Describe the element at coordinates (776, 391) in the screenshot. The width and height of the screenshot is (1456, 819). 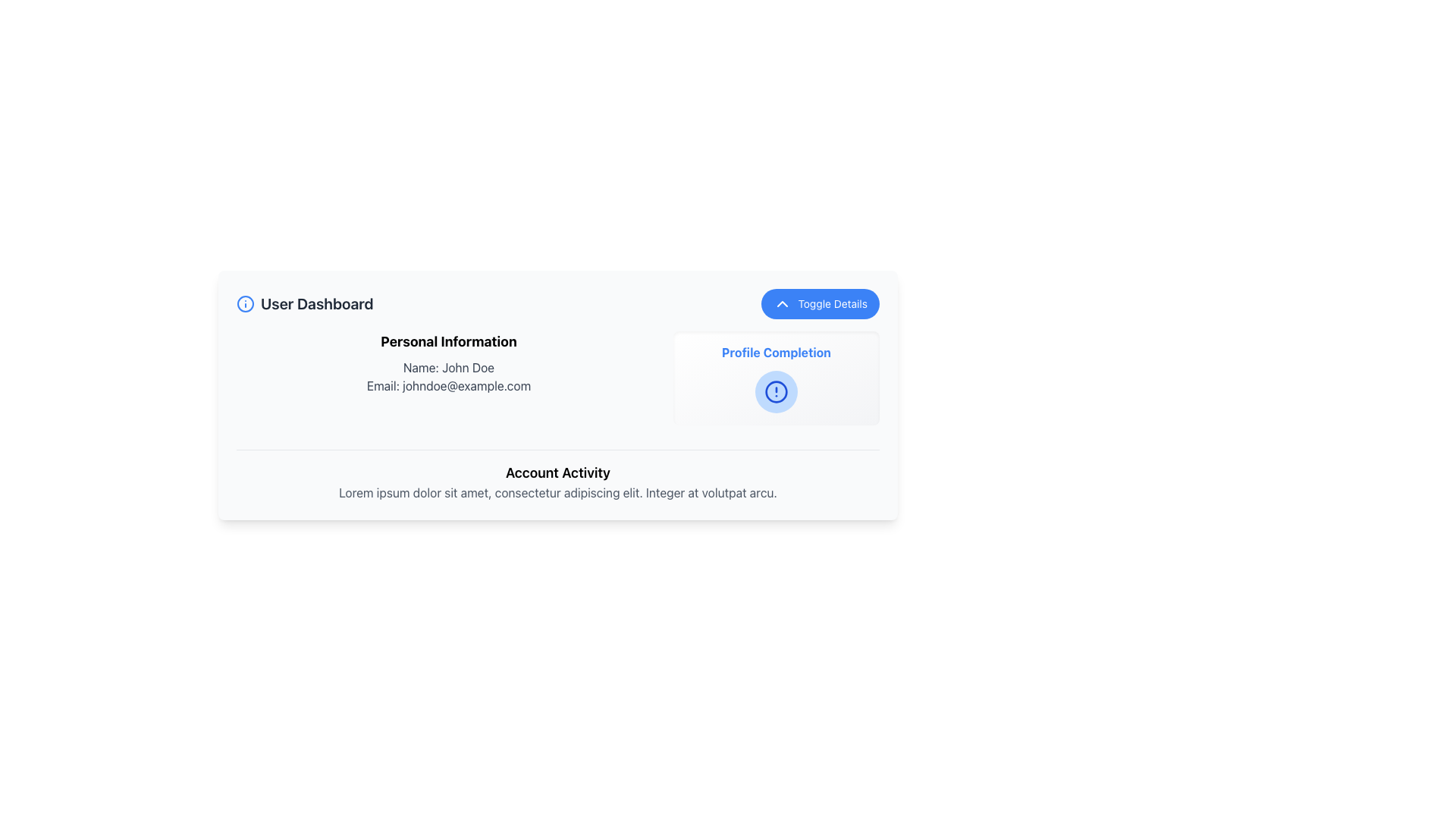
I see `the circular icon with a light blue background and dark blue border containing an exclamation mark, located in the 'Profile Completion' section` at that location.